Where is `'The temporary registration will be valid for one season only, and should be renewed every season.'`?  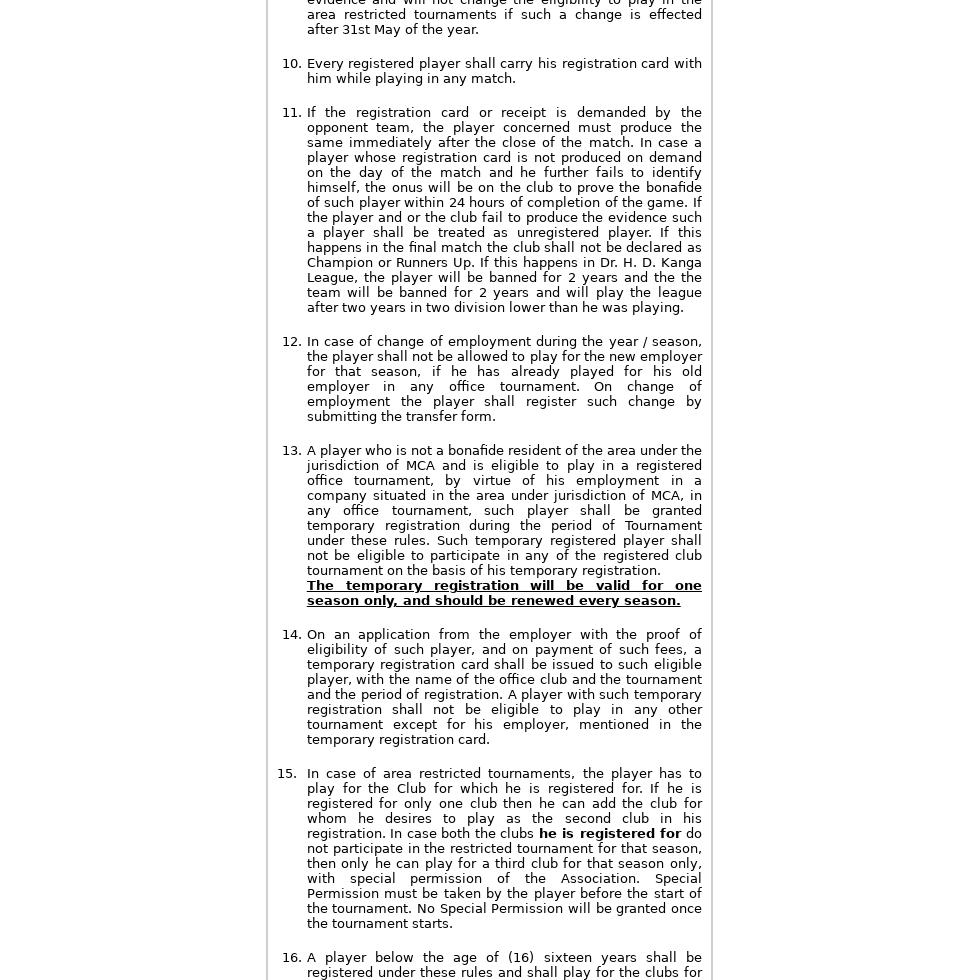 'The temporary registration will be valid for one season only, and should be renewed every season.' is located at coordinates (503, 592).